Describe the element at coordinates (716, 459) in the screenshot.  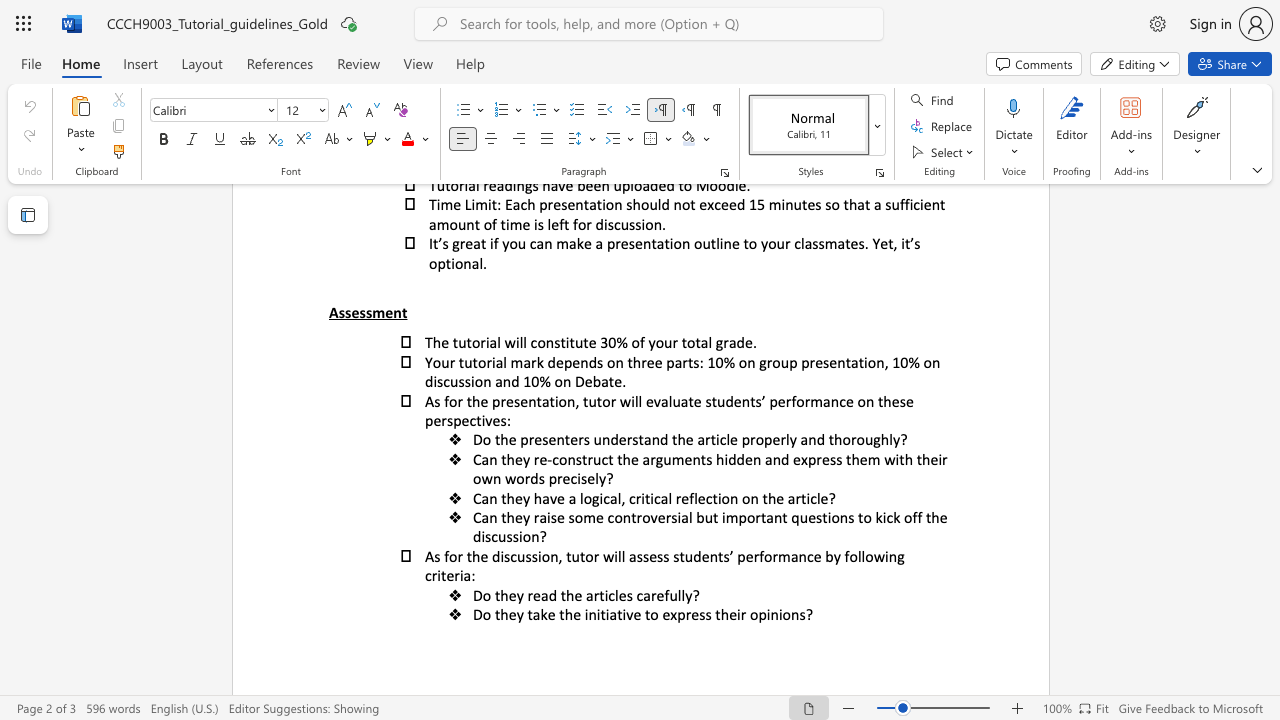
I see `the subset text "hidden and express them with their own words p" within the text "Can they re-construct the arguments hidden and express them with their own words precisely?"` at that location.